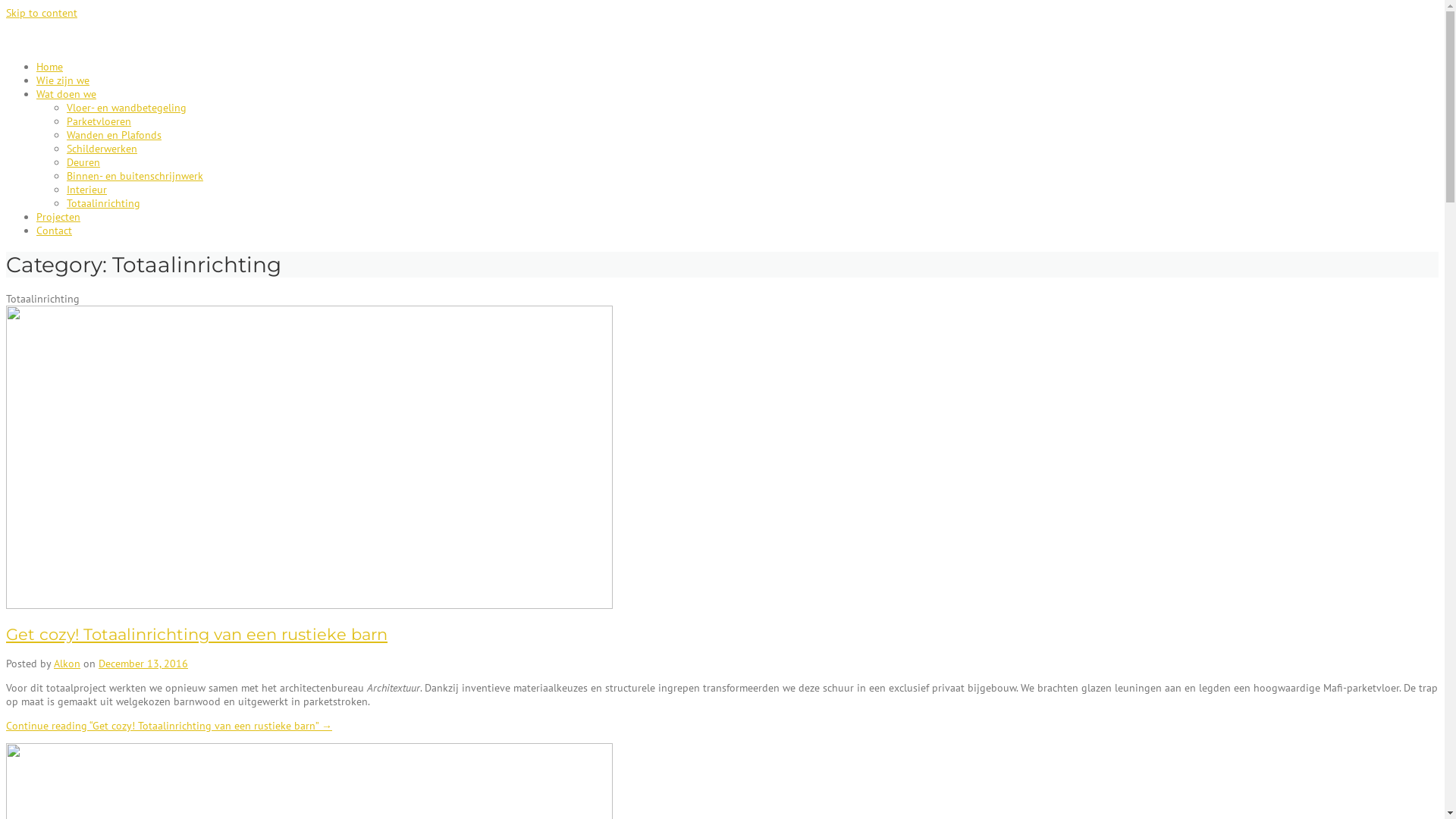 The width and height of the screenshot is (1456, 819). Describe the element at coordinates (65, 93) in the screenshot. I see `'Wat doen we'` at that location.